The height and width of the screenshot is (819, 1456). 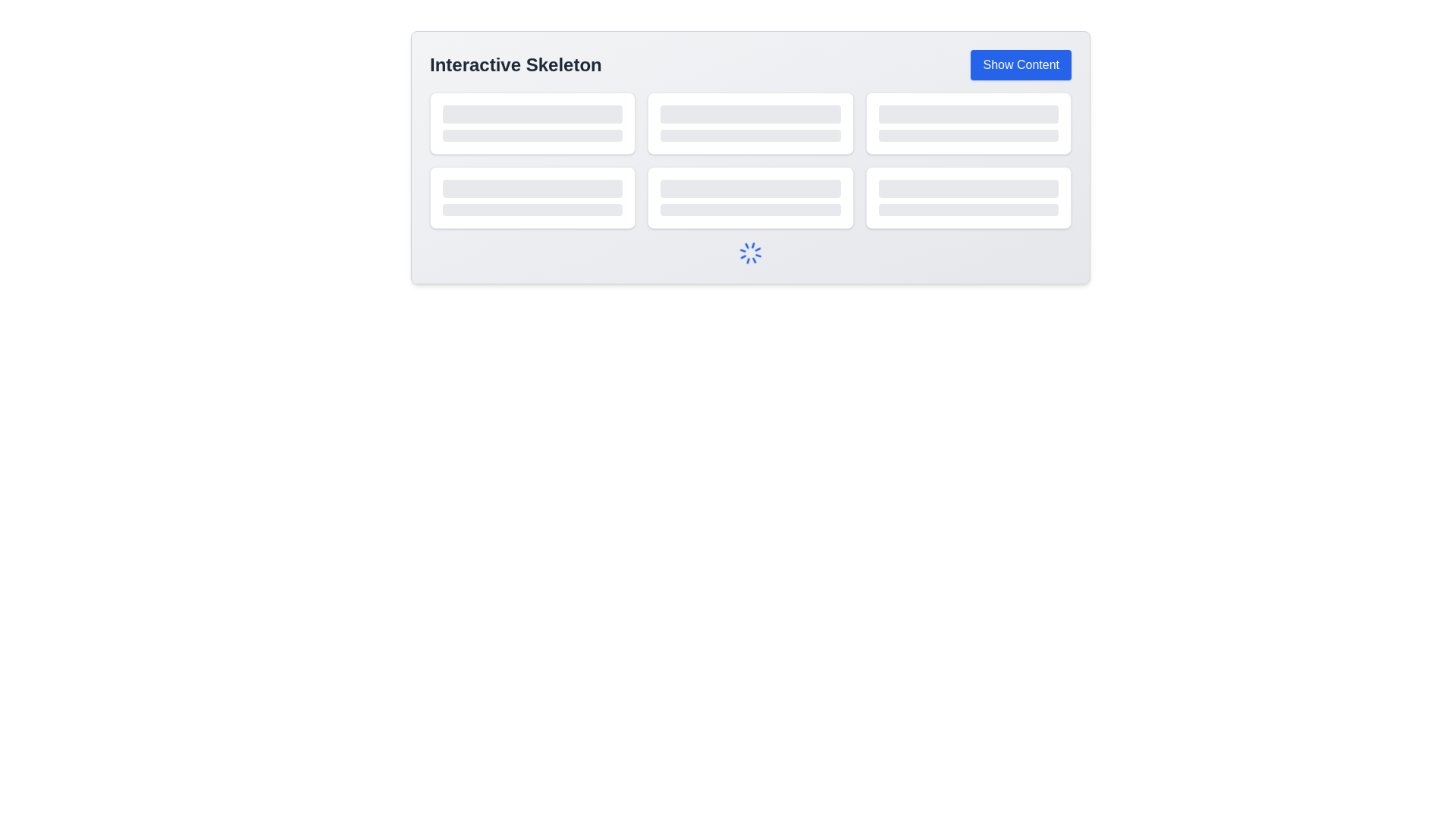 I want to click on loading skeleton component, which is the second card in the second row of a three-column grid layout, for debugging purposes, so click(x=750, y=122).